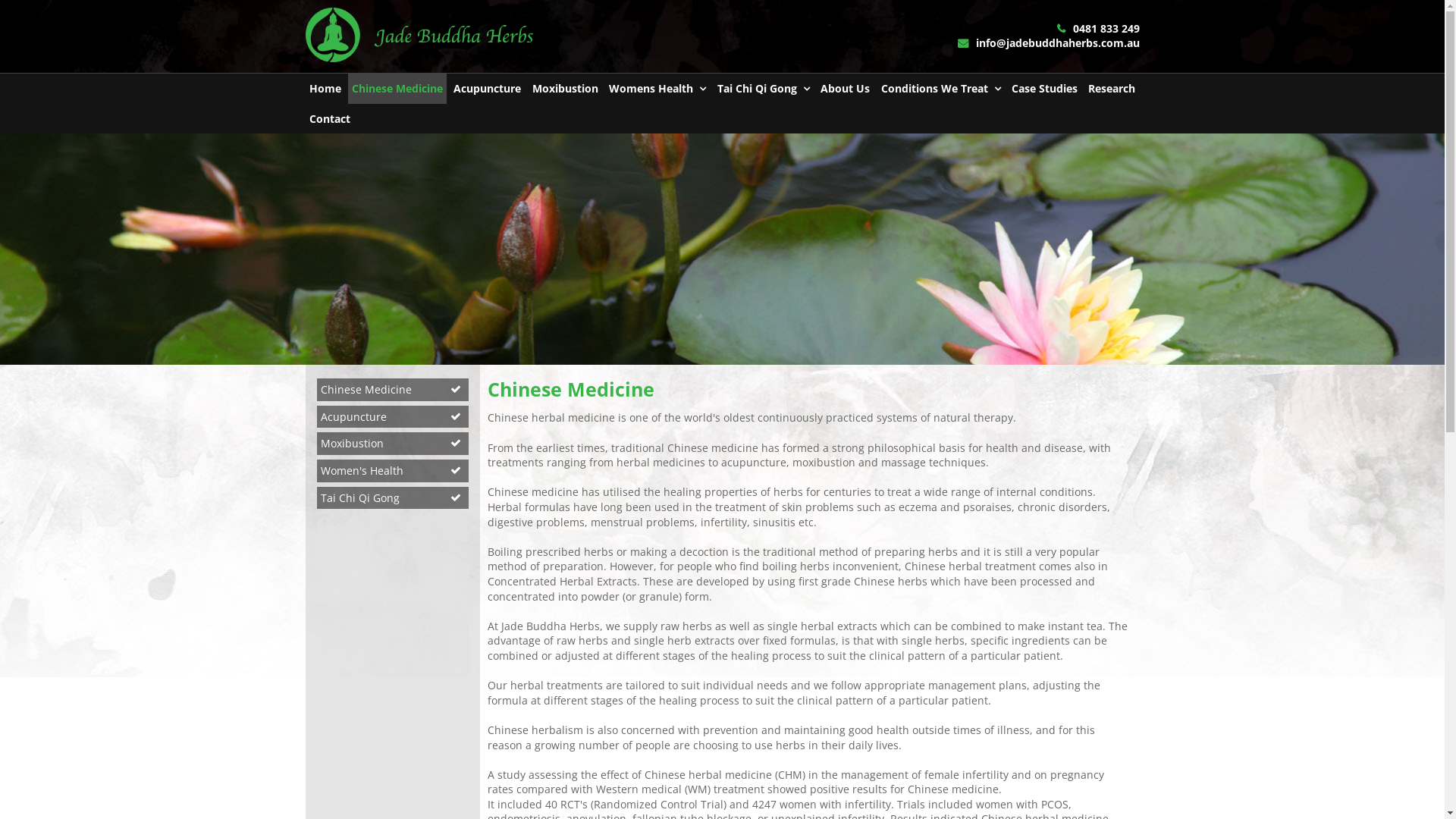  Describe the element at coordinates (315, 417) in the screenshot. I see `'Acupuncture'` at that location.